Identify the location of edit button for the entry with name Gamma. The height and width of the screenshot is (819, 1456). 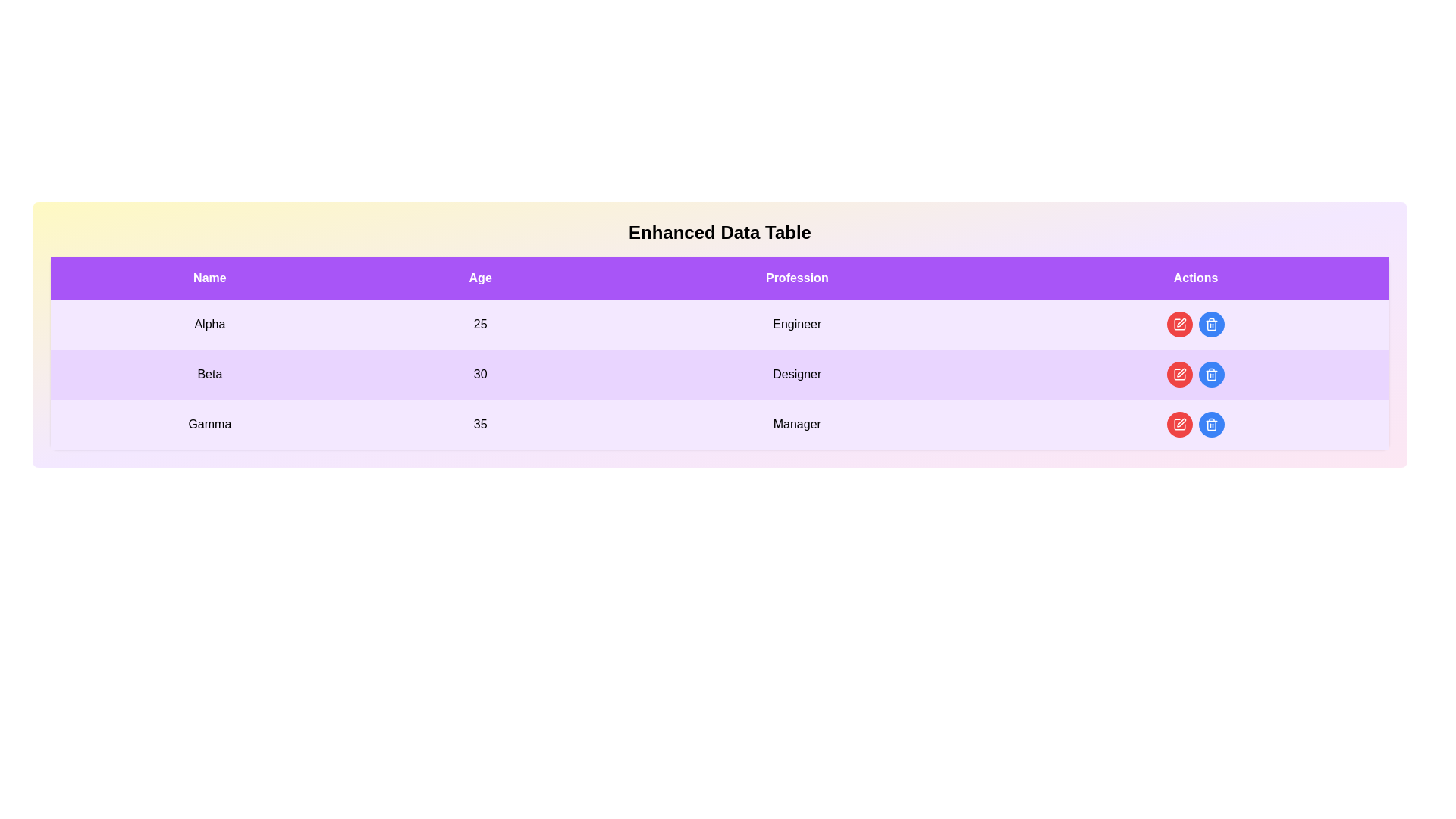
(1178, 424).